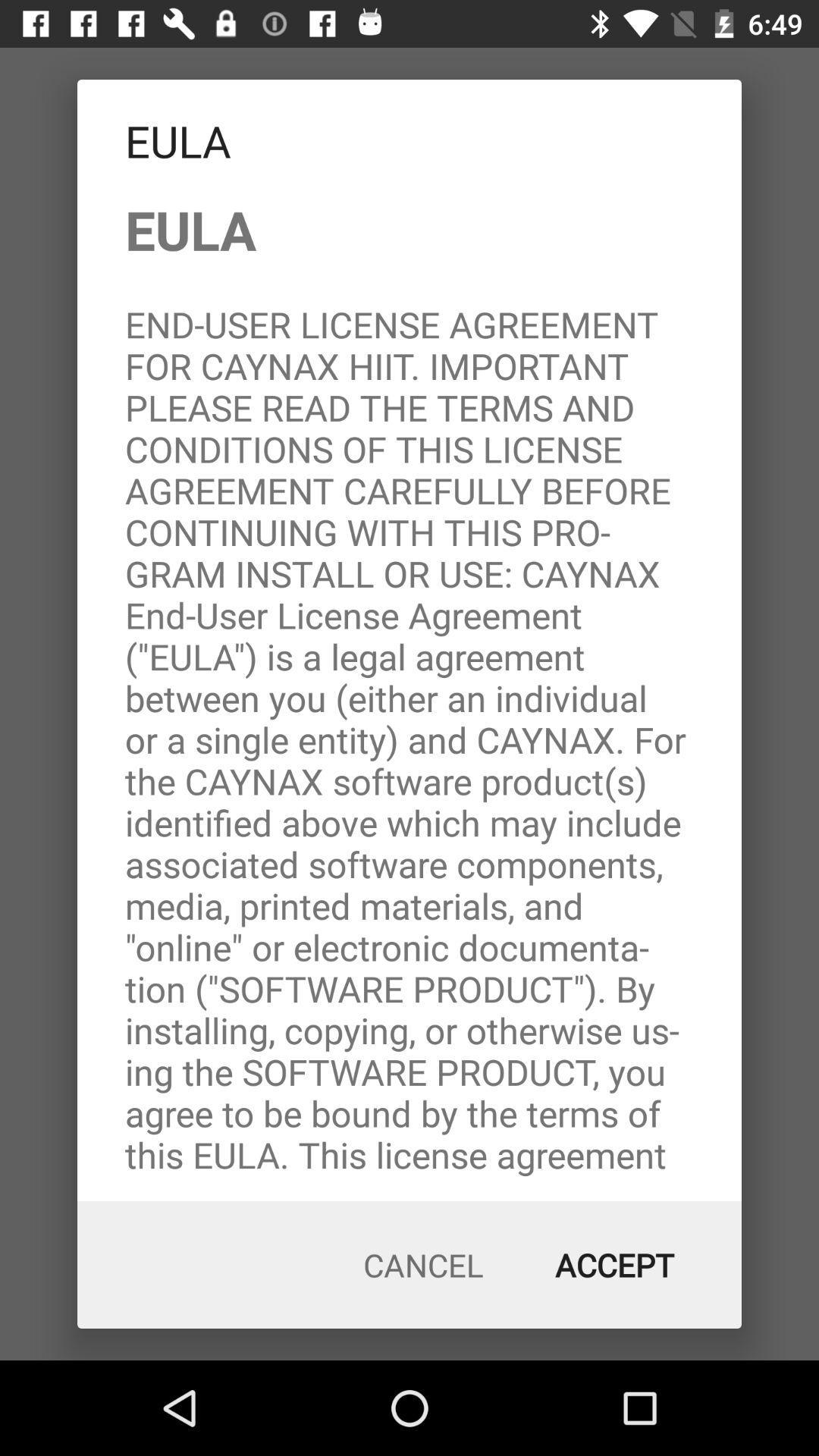  What do you see at coordinates (423, 1265) in the screenshot?
I see `icon next to the accept button` at bounding box center [423, 1265].